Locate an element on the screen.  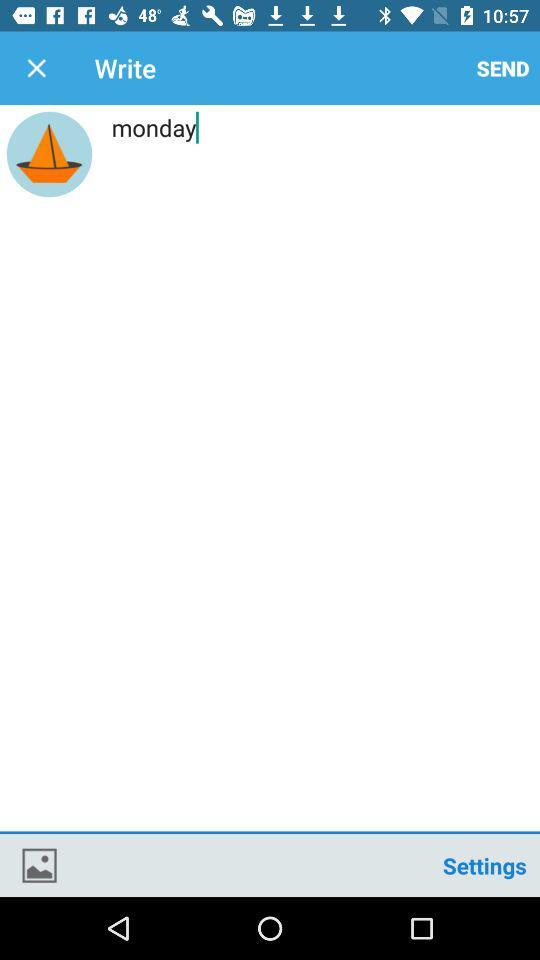
the wallpaper icon is located at coordinates (39, 864).